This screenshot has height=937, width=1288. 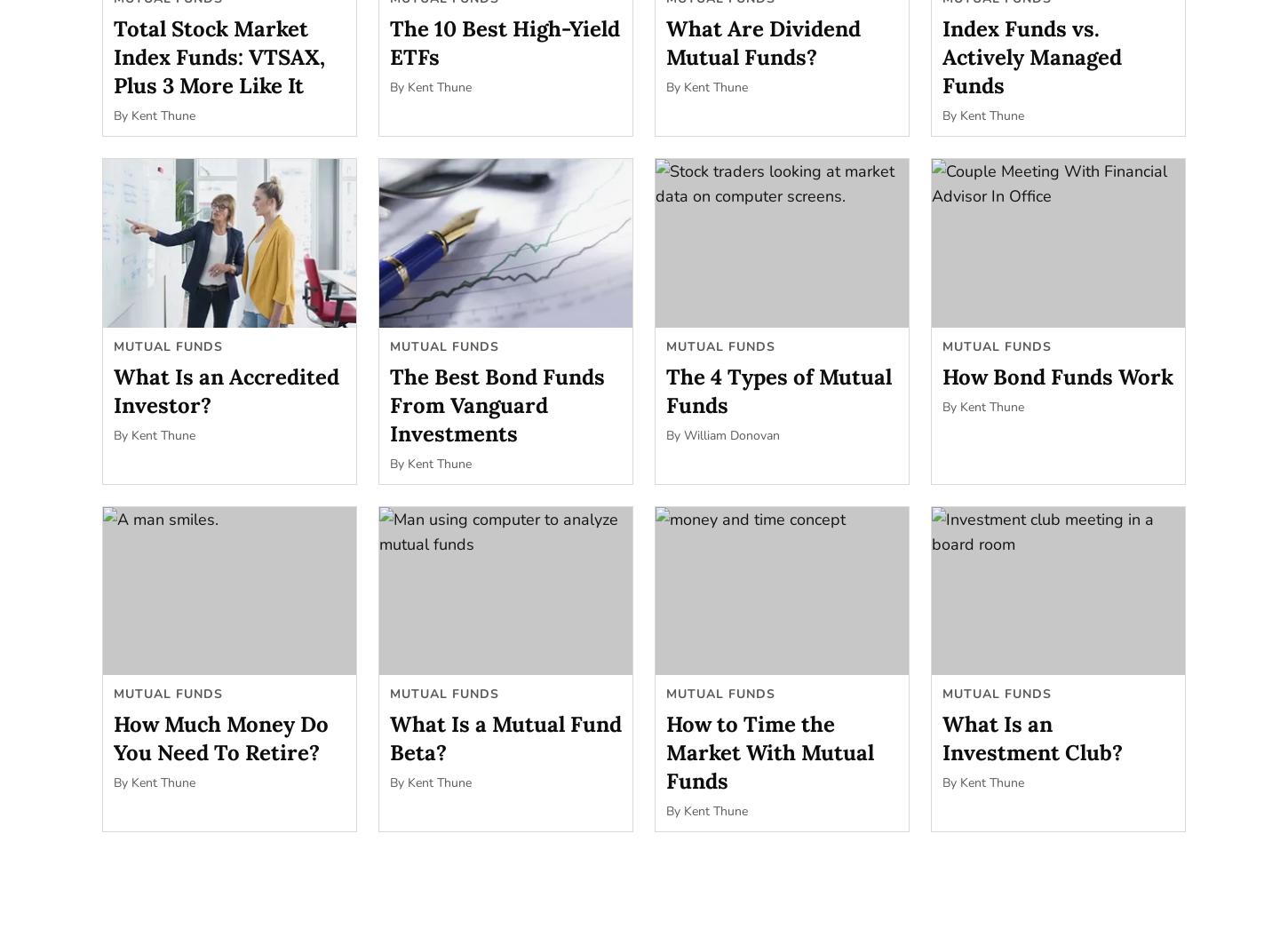 What do you see at coordinates (942, 55) in the screenshot?
I see `'Index Funds vs. Actively Managed Funds'` at bounding box center [942, 55].